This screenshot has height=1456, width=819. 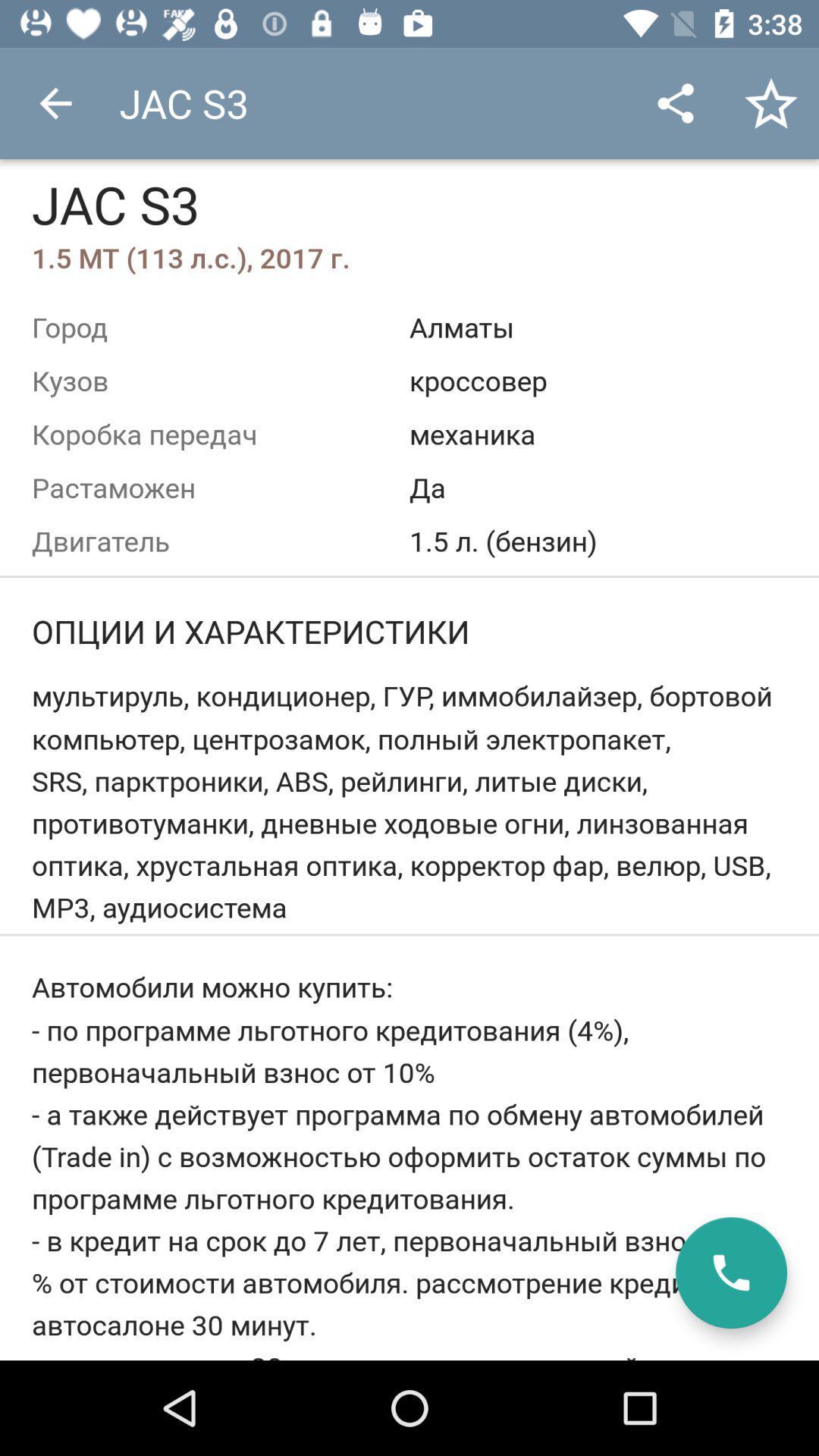 I want to click on app to the right of jac s3 icon, so click(x=675, y=102).